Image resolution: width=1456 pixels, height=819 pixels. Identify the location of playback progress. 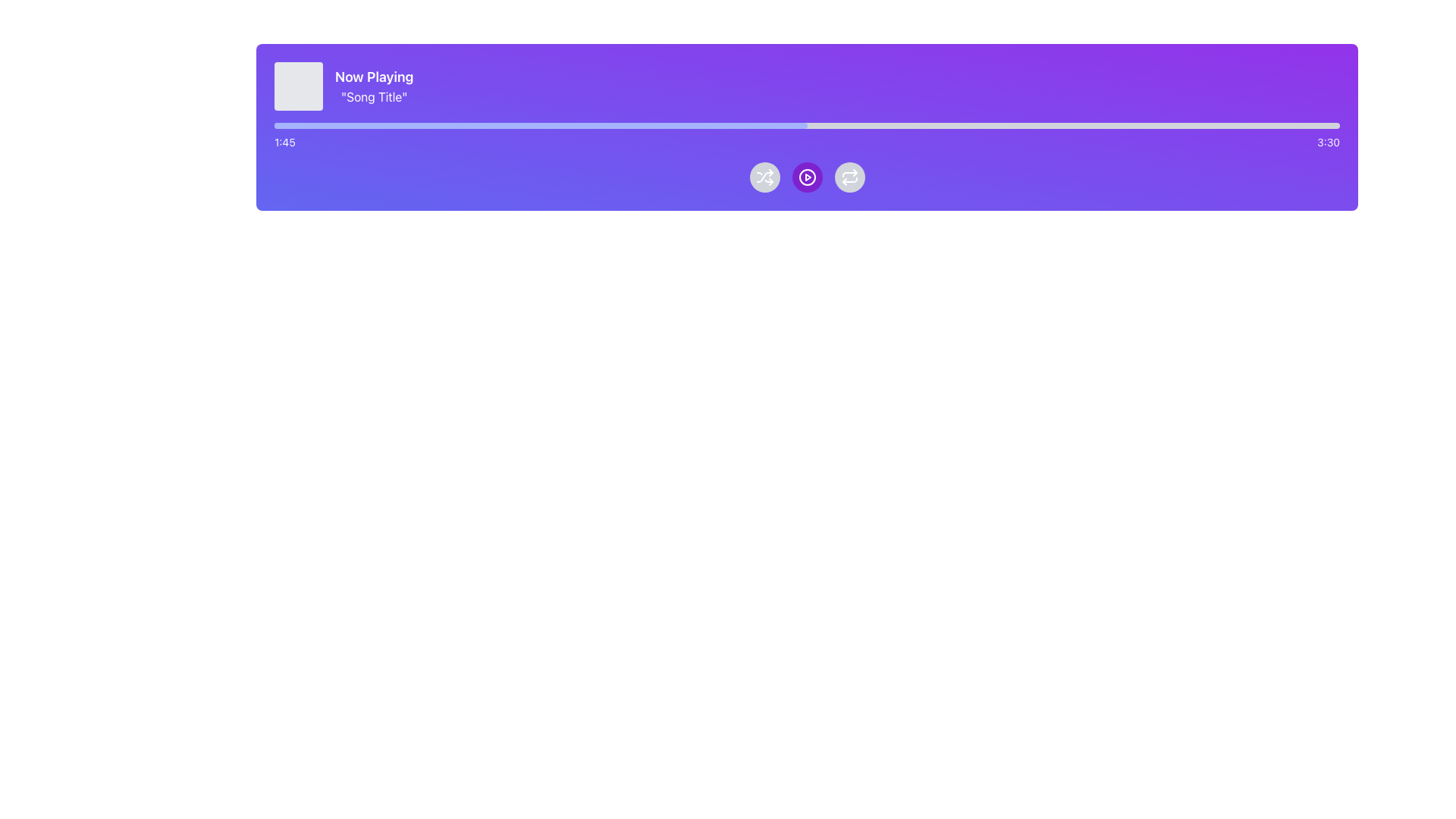
(593, 124).